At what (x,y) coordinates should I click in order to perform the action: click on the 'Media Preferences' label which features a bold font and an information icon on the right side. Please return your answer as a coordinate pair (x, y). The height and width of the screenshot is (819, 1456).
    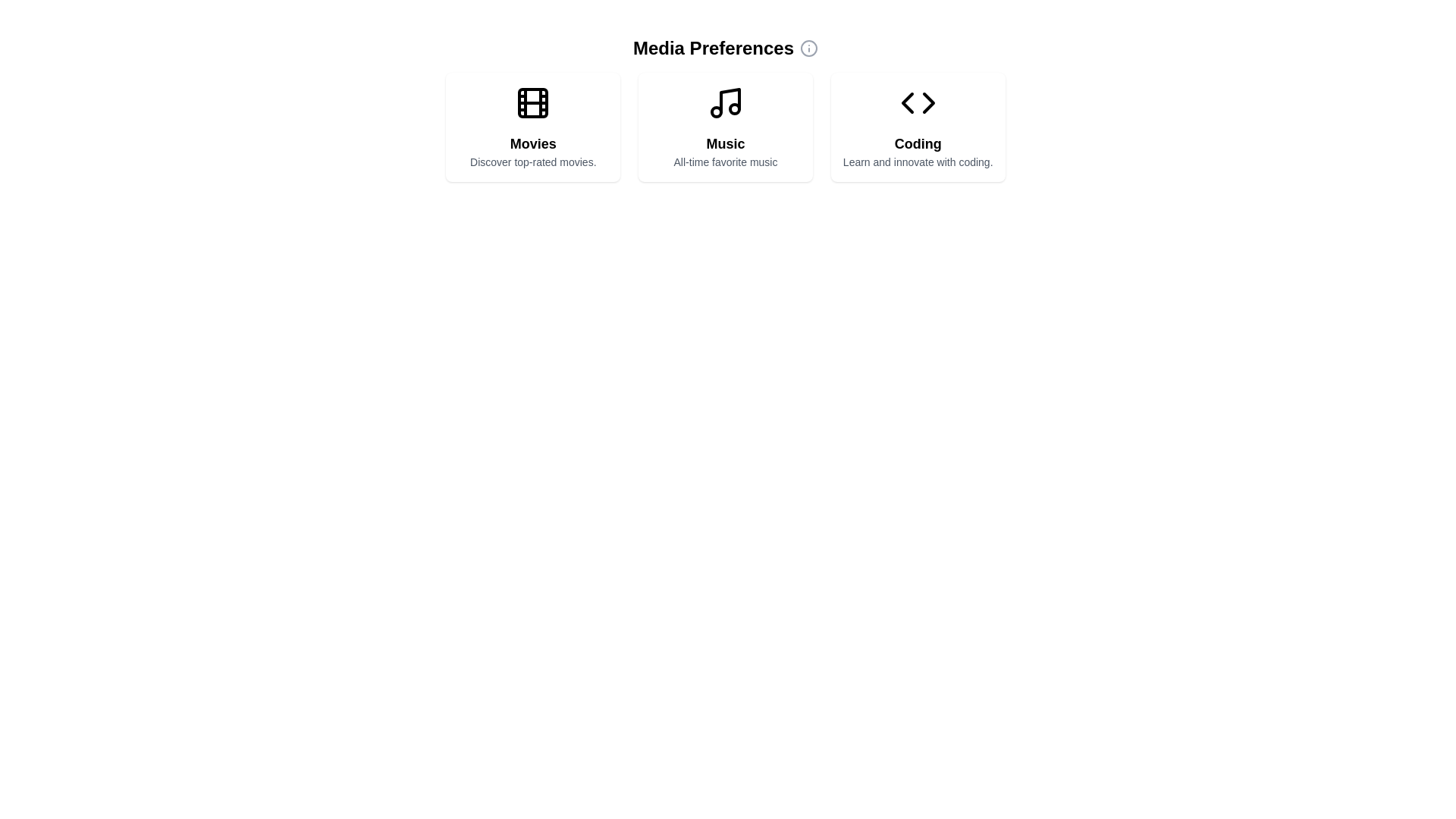
    Looking at the image, I should click on (724, 48).